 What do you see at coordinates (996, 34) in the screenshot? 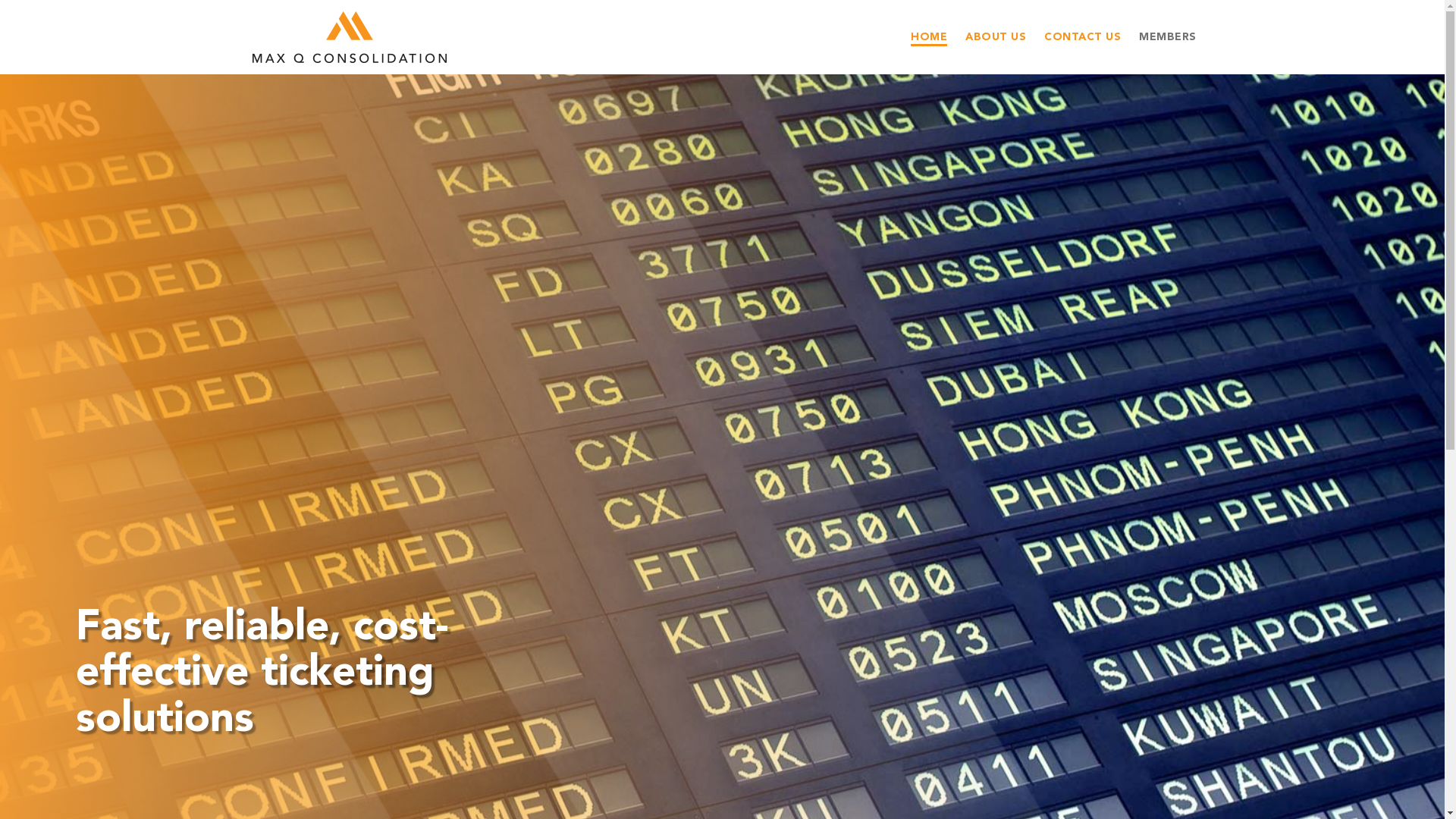
I see `'ABOUT US'` at bounding box center [996, 34].